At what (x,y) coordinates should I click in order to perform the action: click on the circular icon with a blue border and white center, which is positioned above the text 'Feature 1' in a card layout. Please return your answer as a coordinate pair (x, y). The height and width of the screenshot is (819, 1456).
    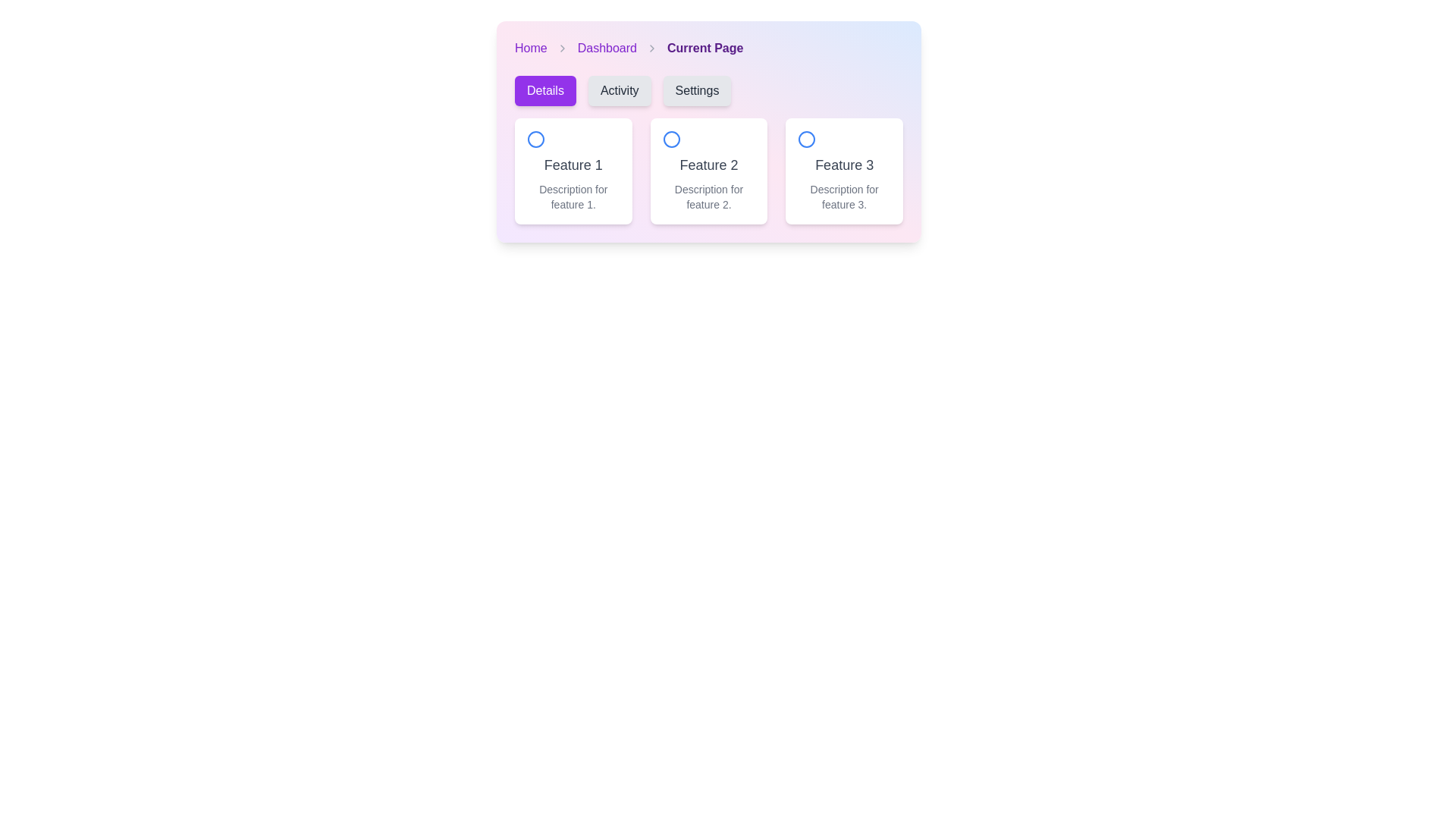
    Looking at the image, I should click on (535, 140).